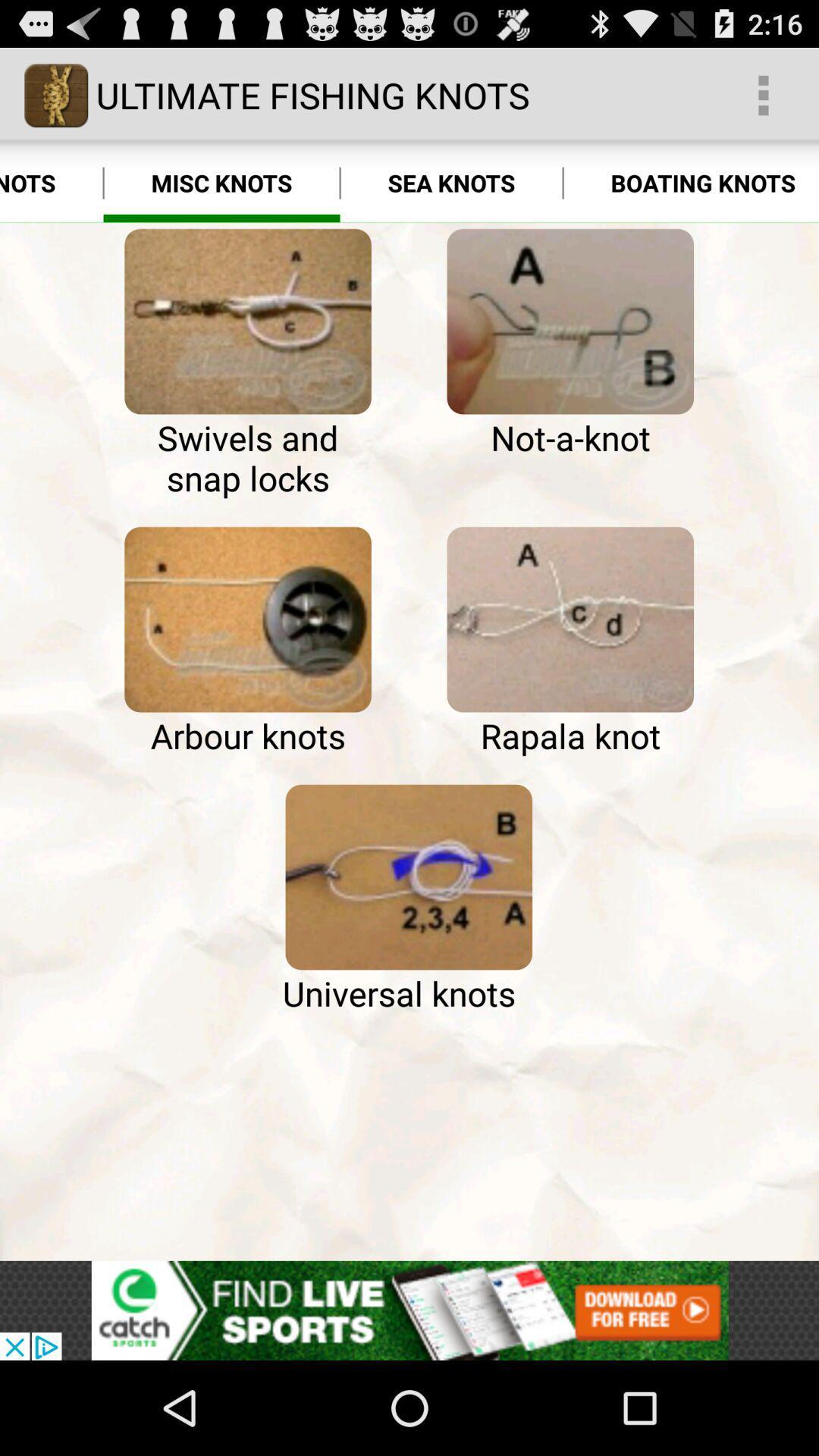 The height and width of the screenshot is (1456, 819). I want to click on the app to the left of the sea knots icon, so click(221, 182).